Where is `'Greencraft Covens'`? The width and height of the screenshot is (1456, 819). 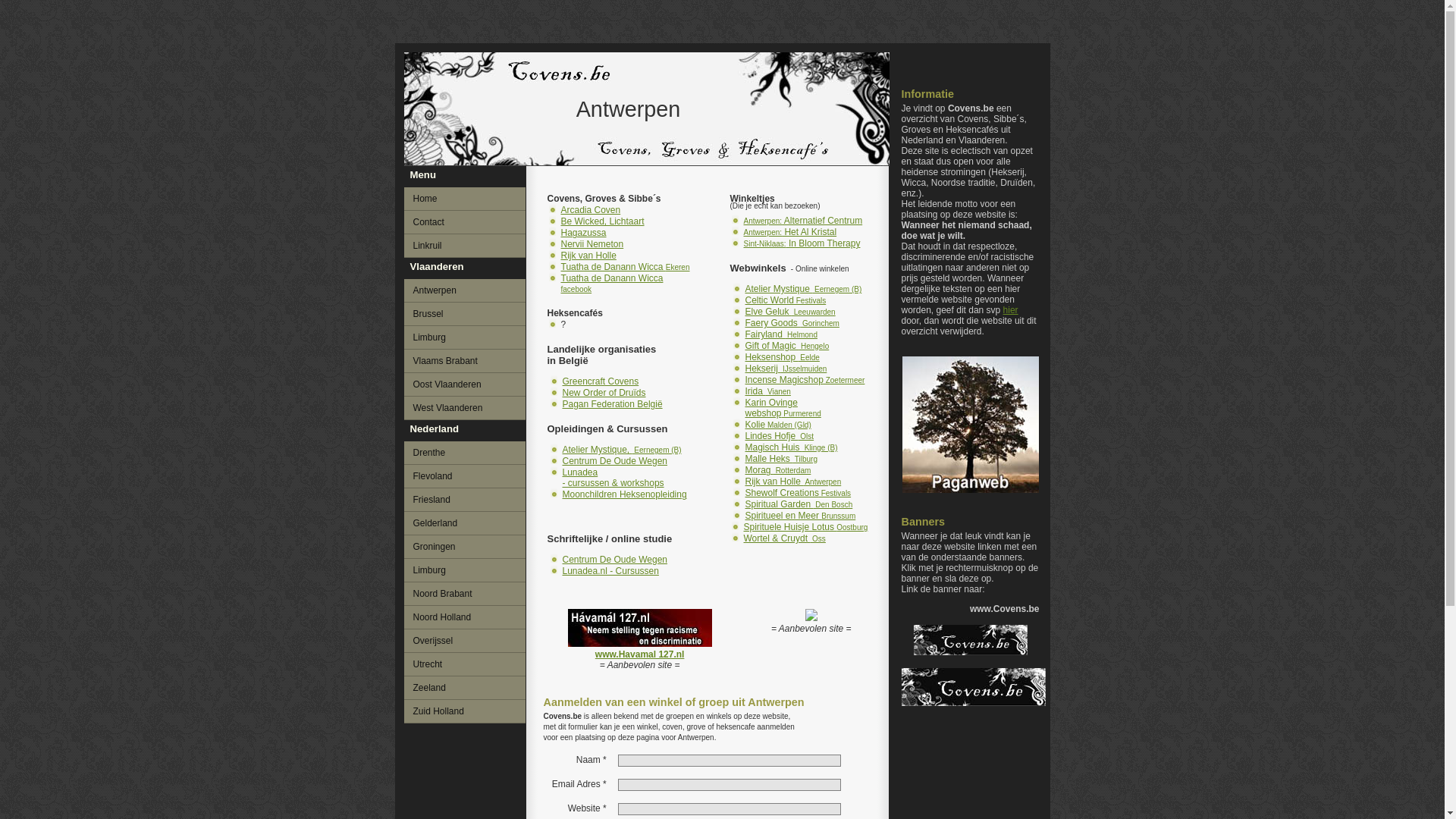
'Greencraft Covens' is located at coordinates (562, 380).